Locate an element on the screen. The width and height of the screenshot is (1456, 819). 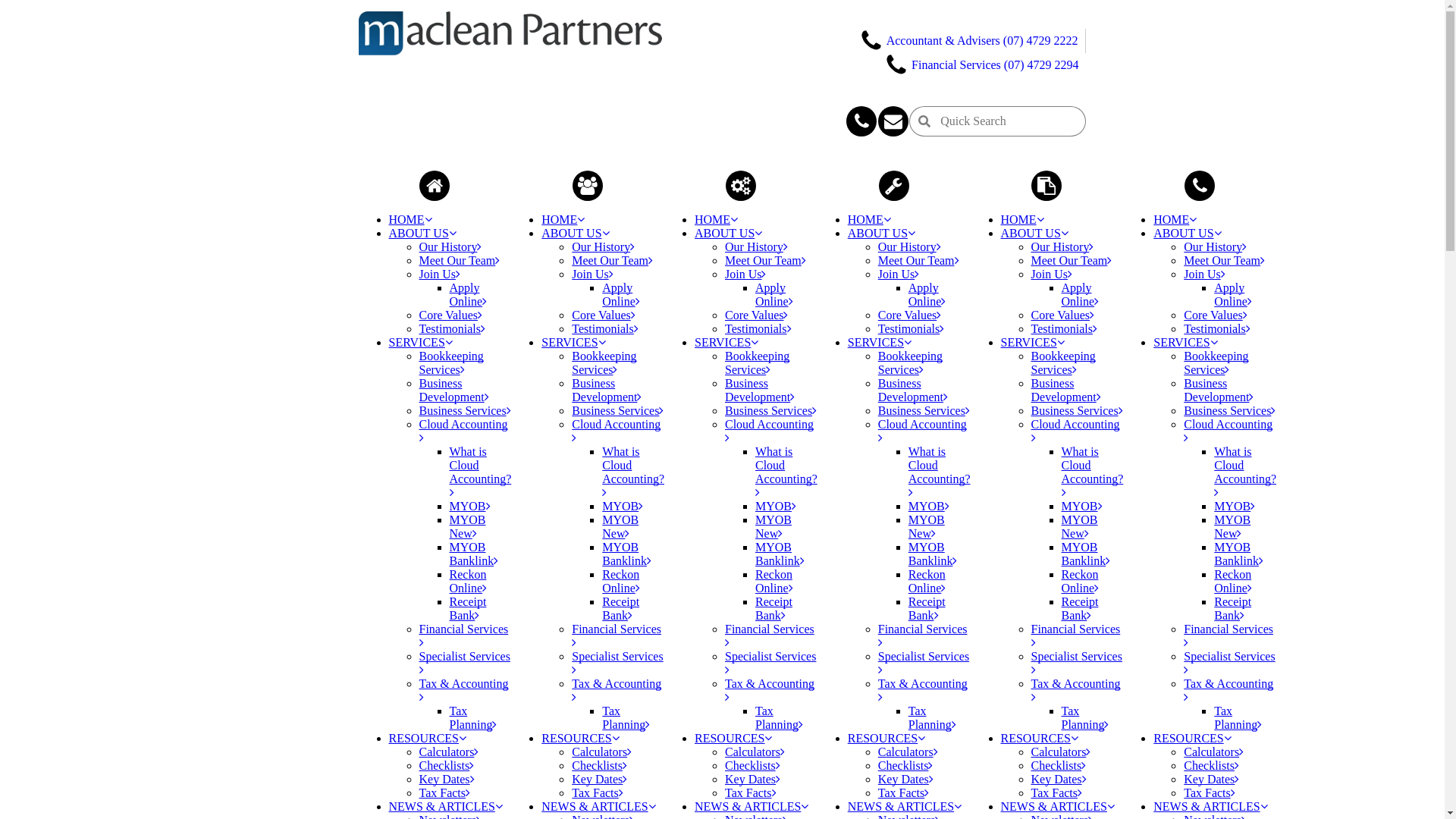
'Business Services' is located at coordinates (723, 410).